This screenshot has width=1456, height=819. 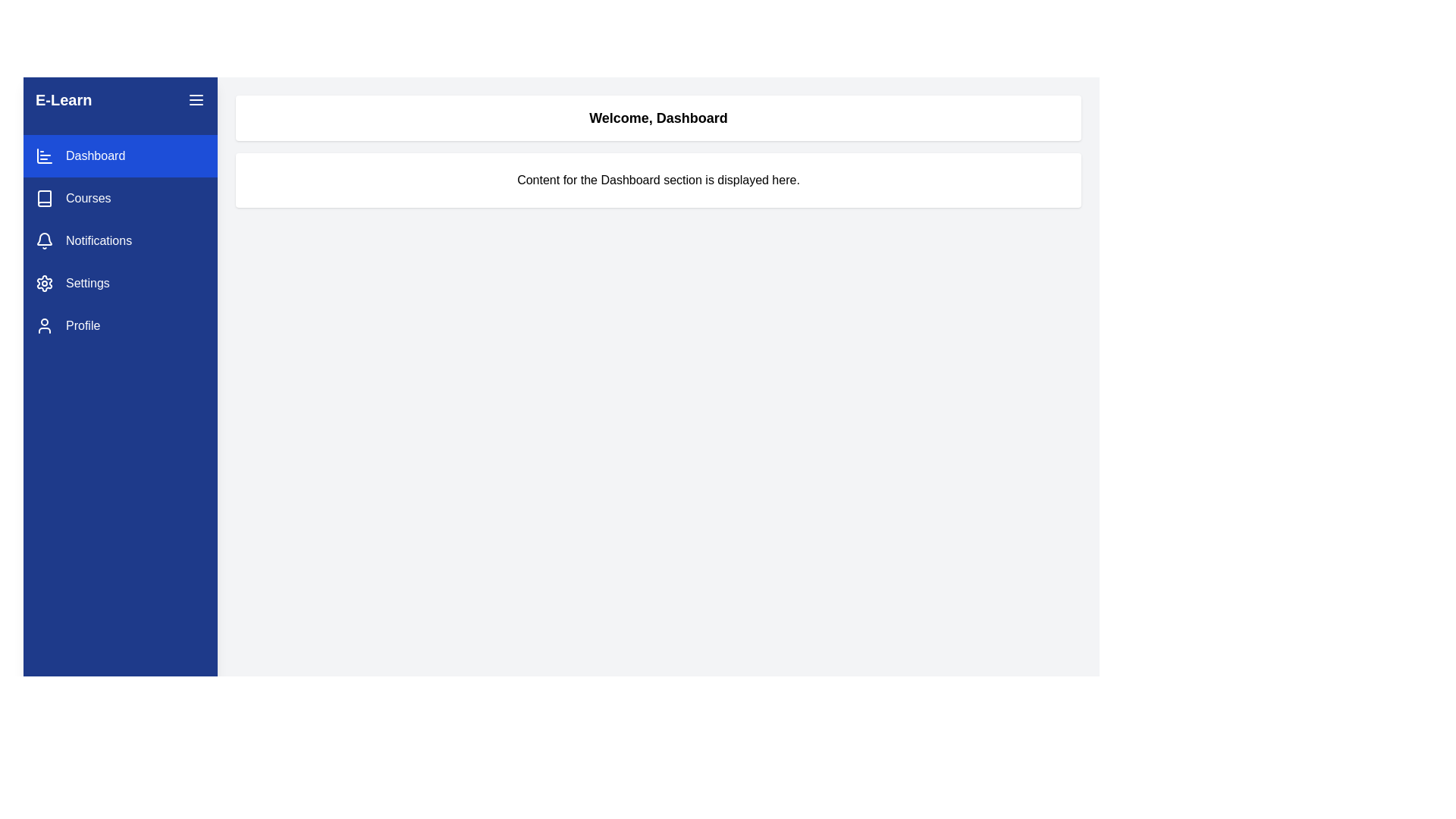 I want to click on the 'Courses' icon in the left-hand navigation menu, which is located below the 'Dashboard' icon and adjacent to the 'Courses' label, so click(x=44, y=198).